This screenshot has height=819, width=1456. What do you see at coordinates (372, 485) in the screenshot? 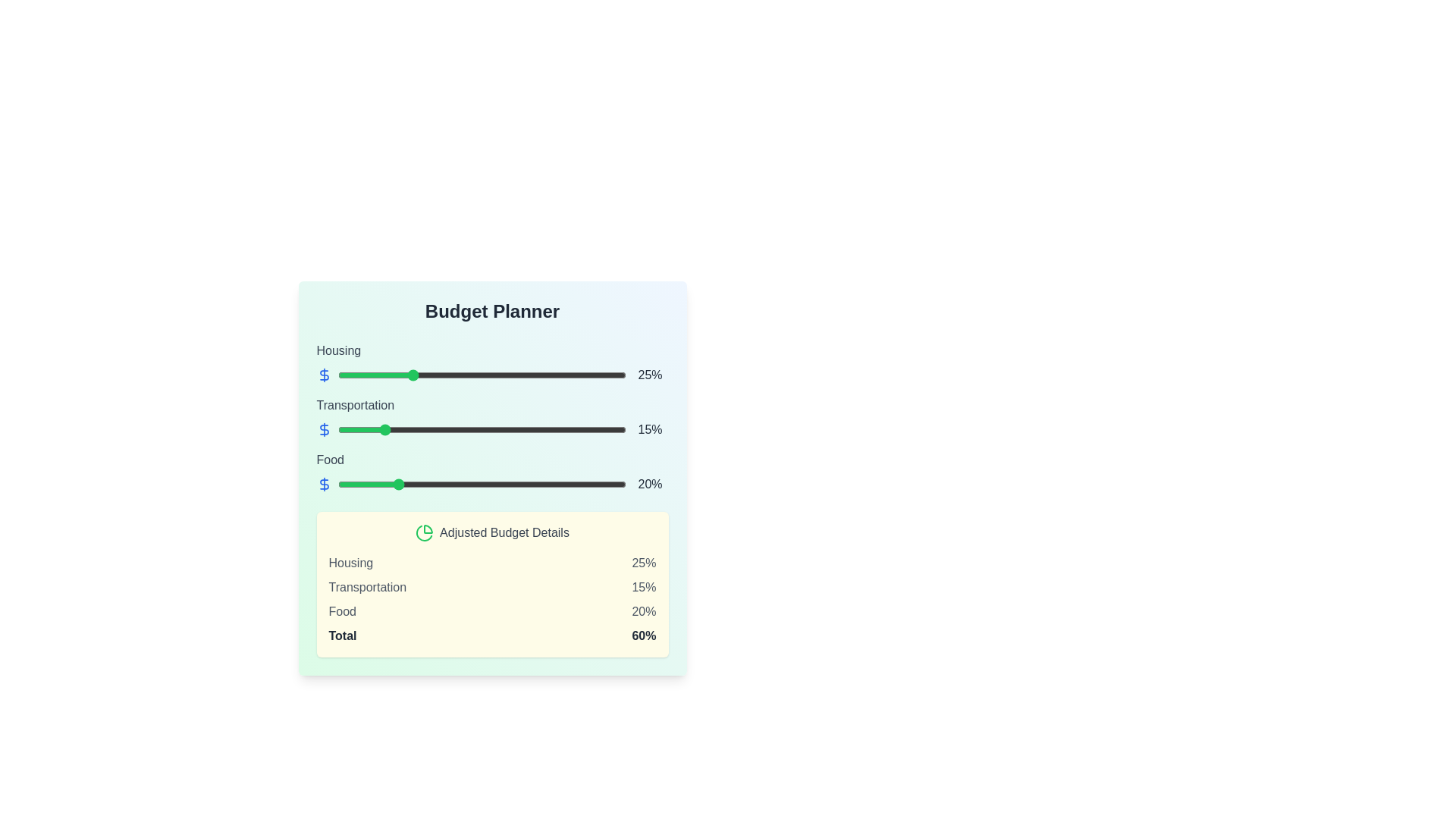
I see `the food budget slider` at bounding box center [372, 485].